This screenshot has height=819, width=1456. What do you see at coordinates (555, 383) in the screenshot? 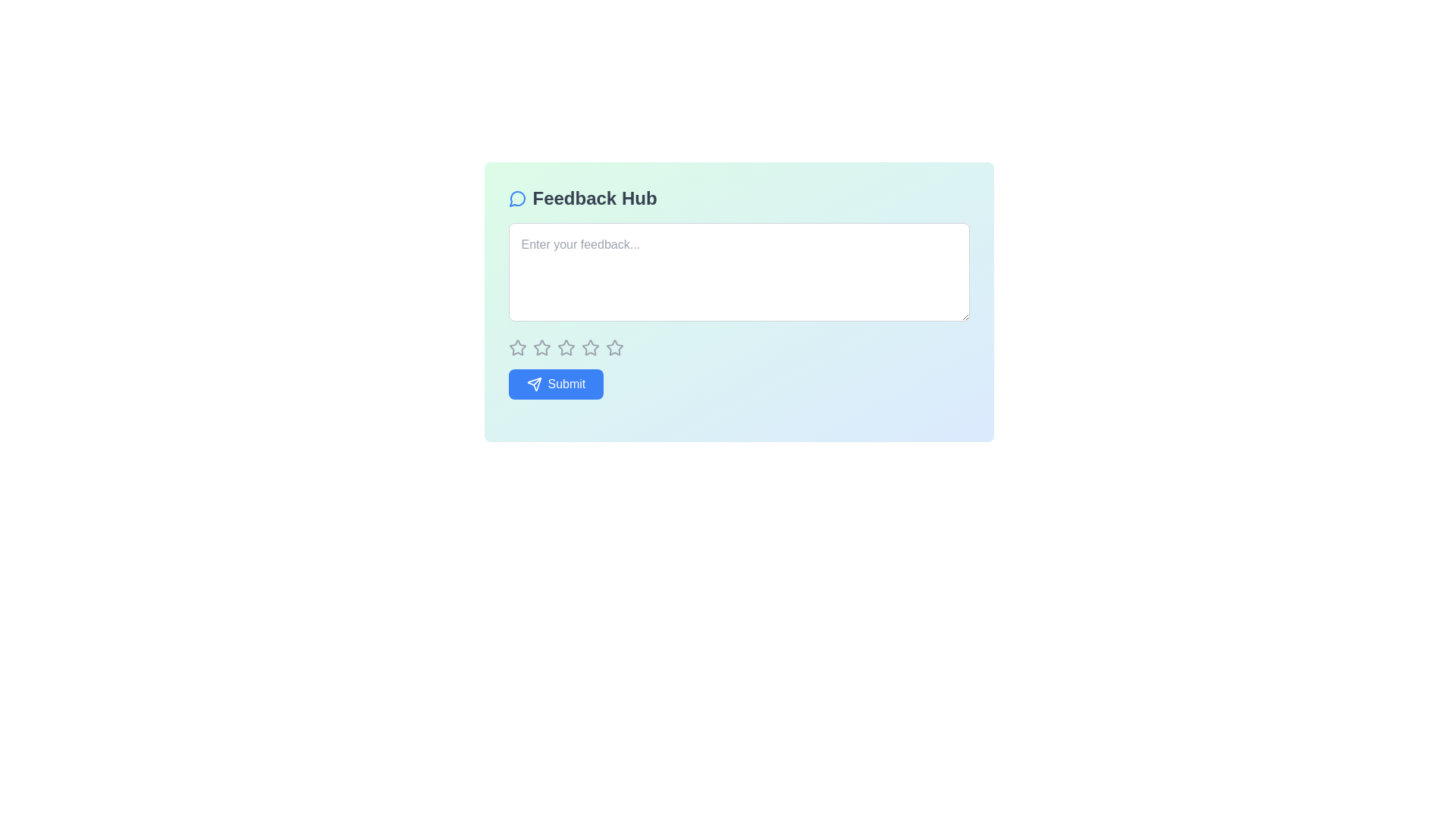
I see `the 'Submit' button, which is a rectangular button with a blue background and white text, featuring an icon of a paper plane to the left of the text, located in the bottom-left corner of the feedback form` at bounding box center [555, 383].